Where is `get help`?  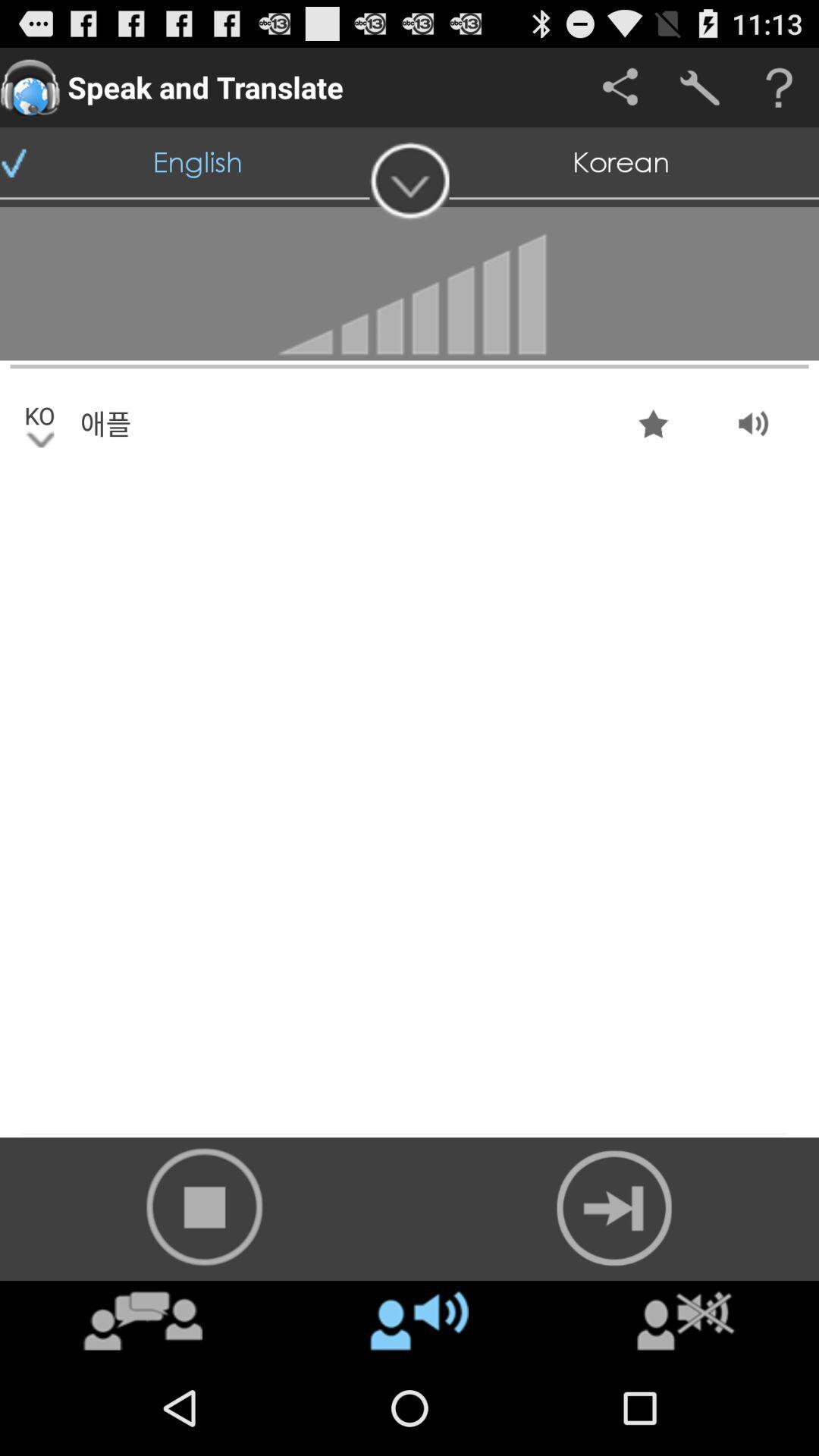
get help is located at coordinates (779, 86).